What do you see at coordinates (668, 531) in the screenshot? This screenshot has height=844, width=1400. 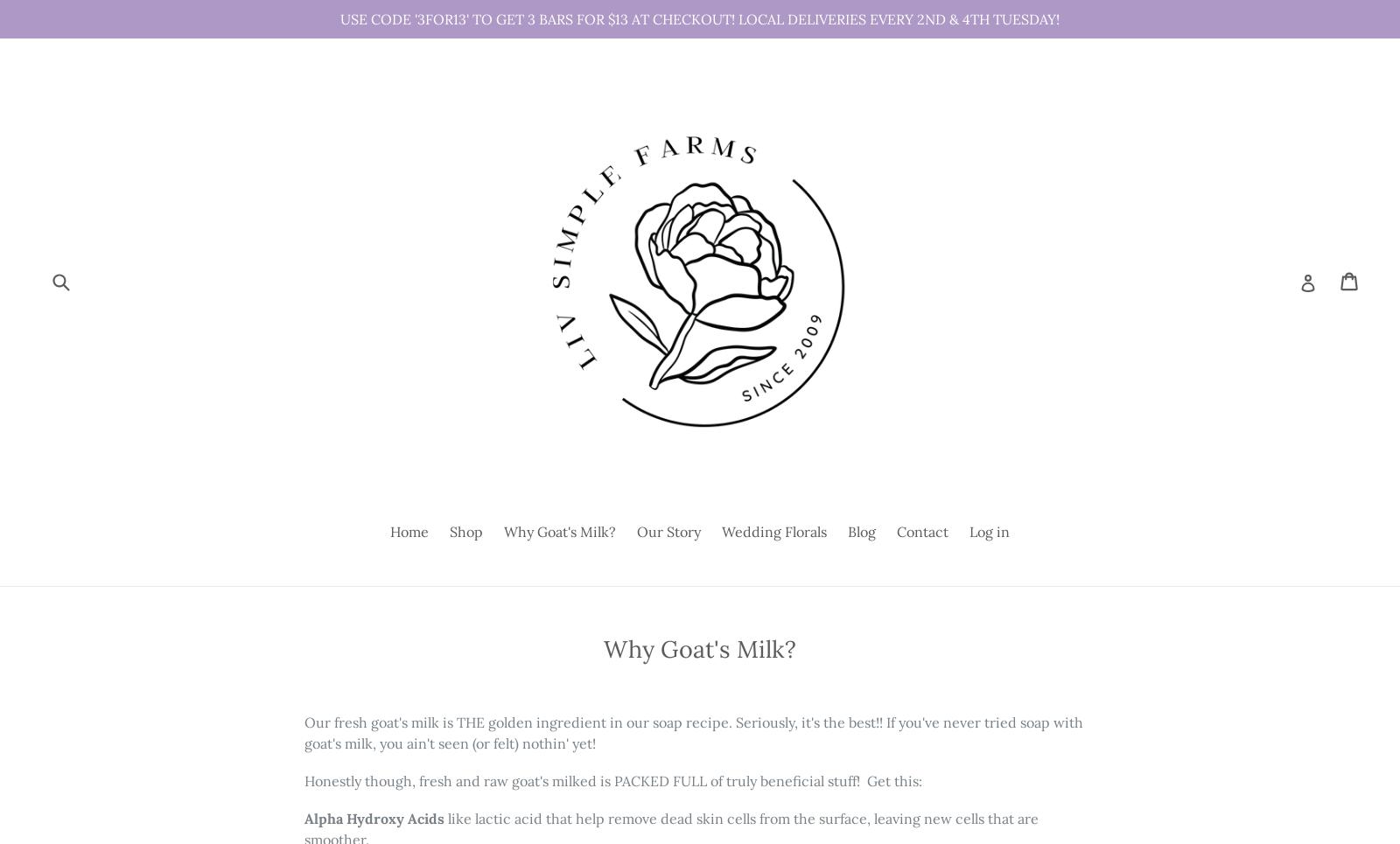 I see `'Our Story'` at bounding box center [668, 531].